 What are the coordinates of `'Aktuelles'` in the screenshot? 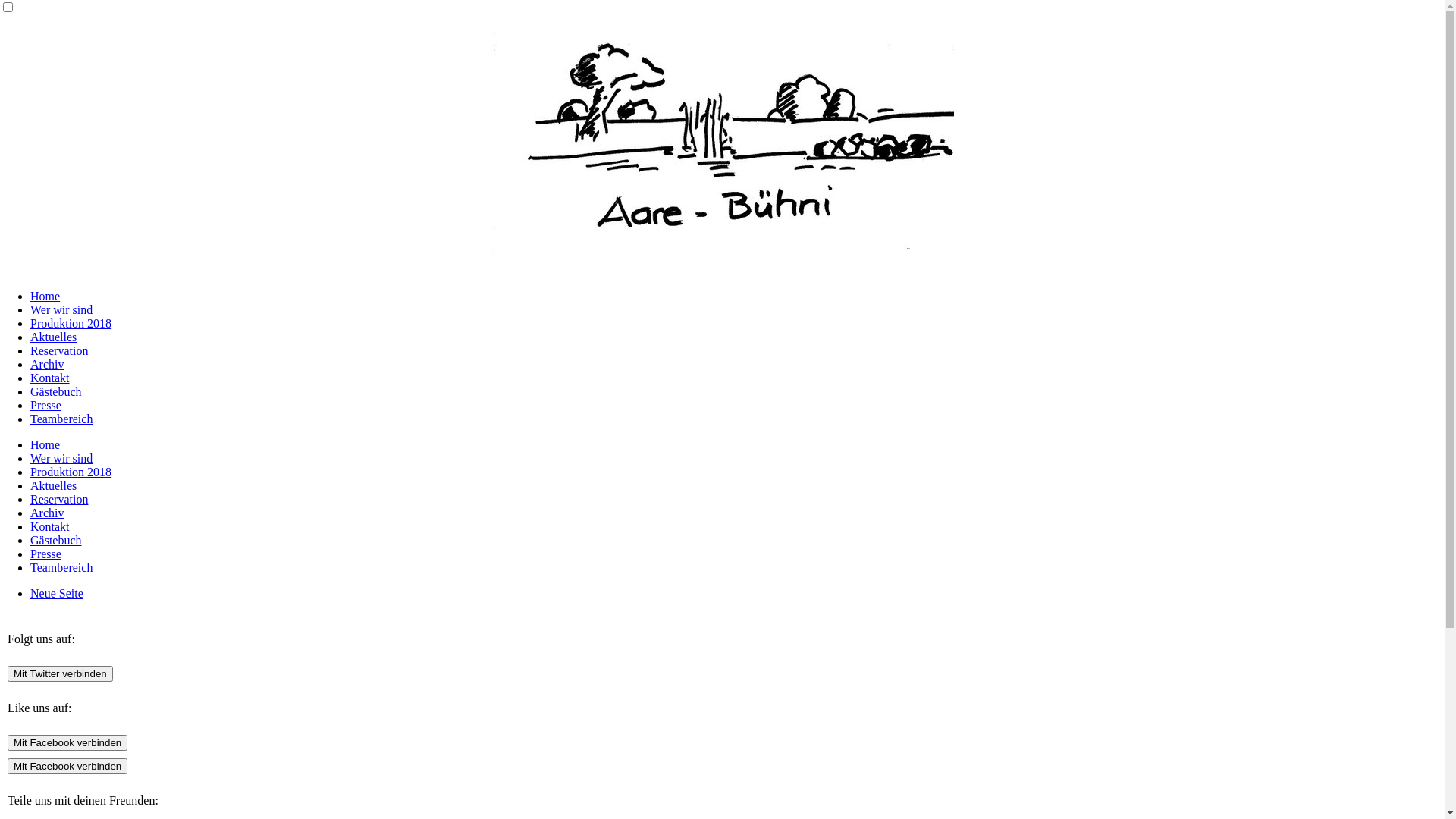 It's located at (53, 336).